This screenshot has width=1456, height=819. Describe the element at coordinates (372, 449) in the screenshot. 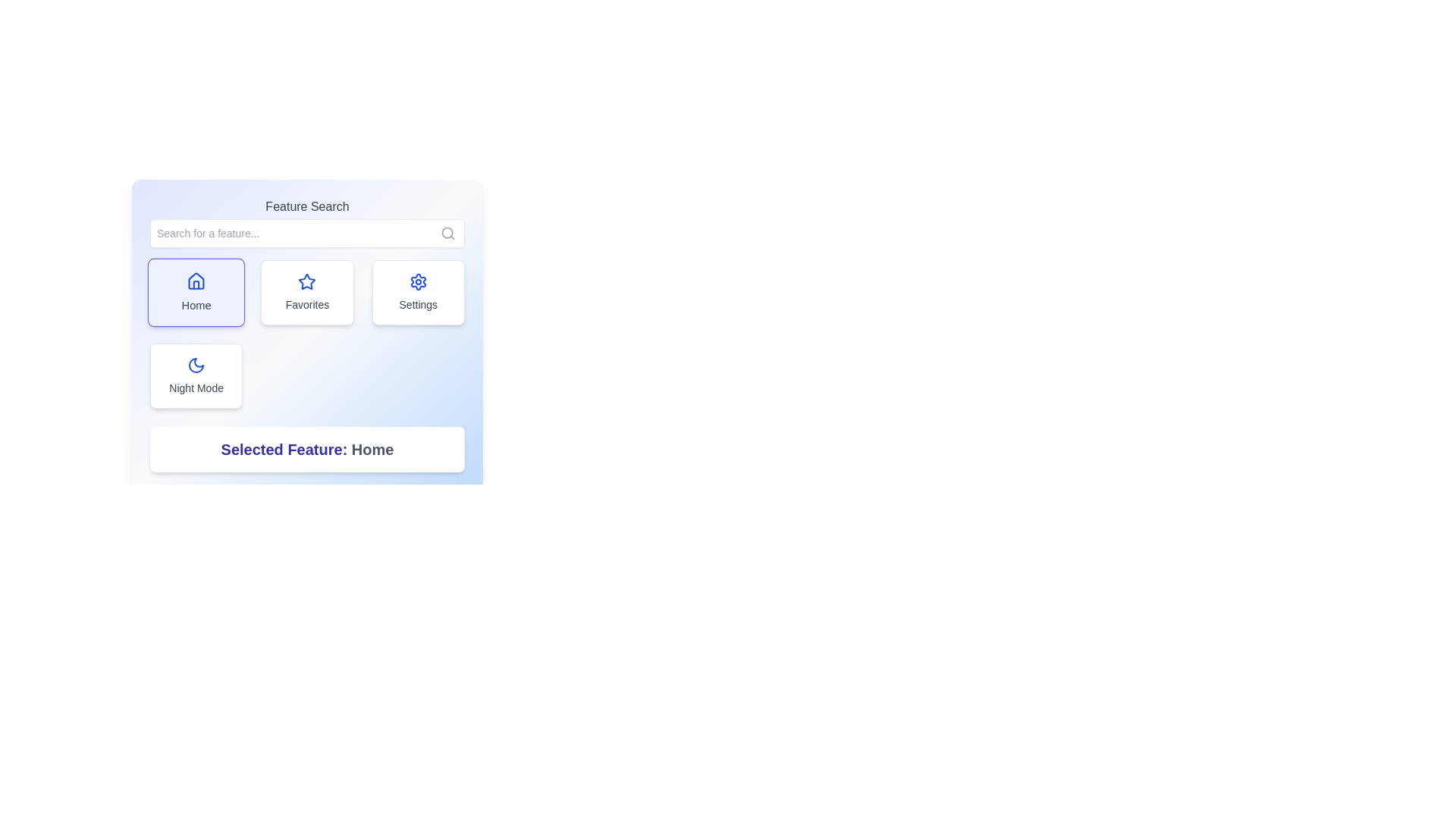

I see `the Text Label indicating the currently selected feature, which is located on the right side of the text group 'Selected Feature: Home'` at that location.